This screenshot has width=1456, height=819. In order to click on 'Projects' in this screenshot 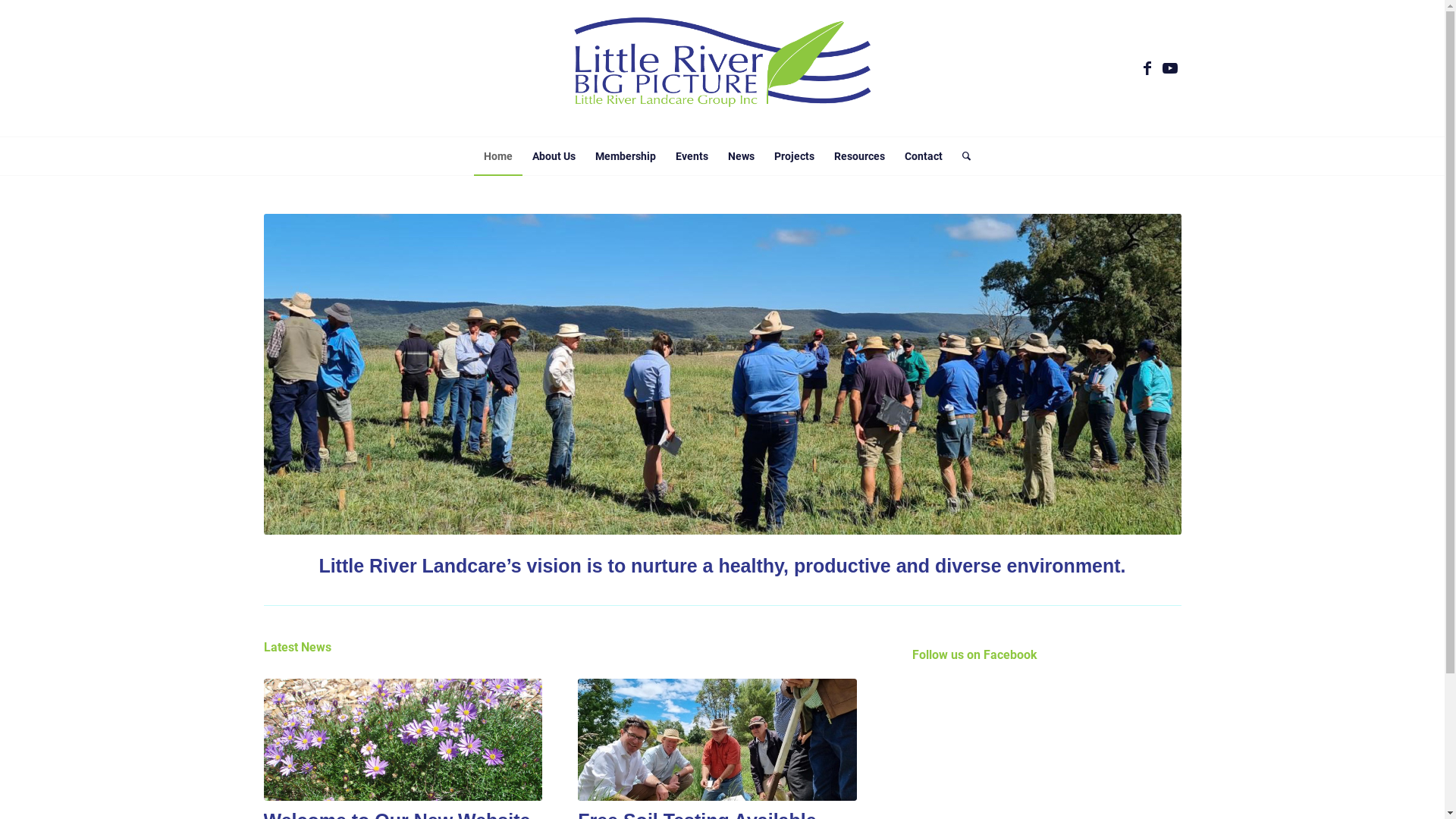, I will do `click(793, 155)`.